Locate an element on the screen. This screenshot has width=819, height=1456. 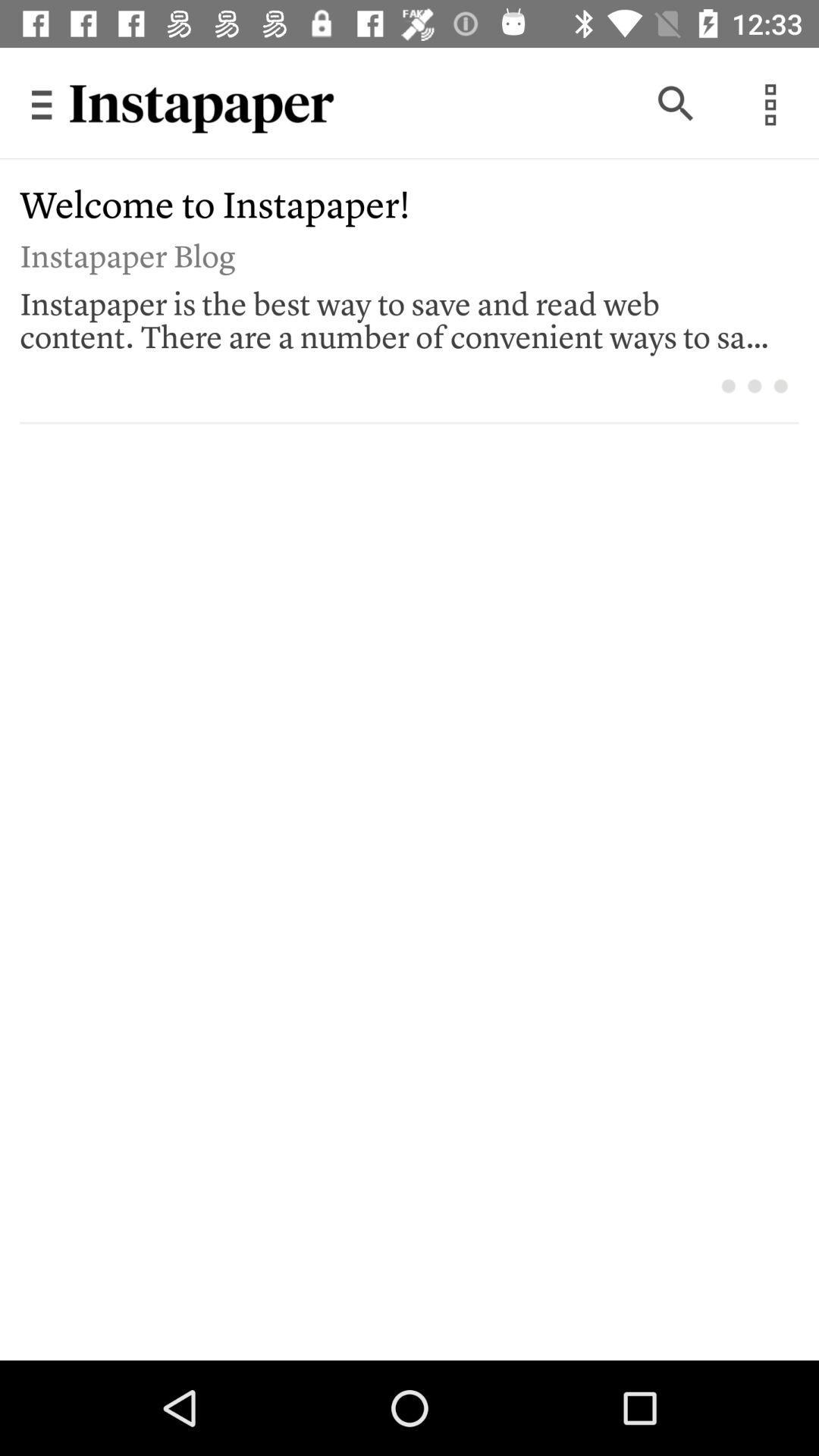
the instapaper is the icon is located at coordinates (398, 315).